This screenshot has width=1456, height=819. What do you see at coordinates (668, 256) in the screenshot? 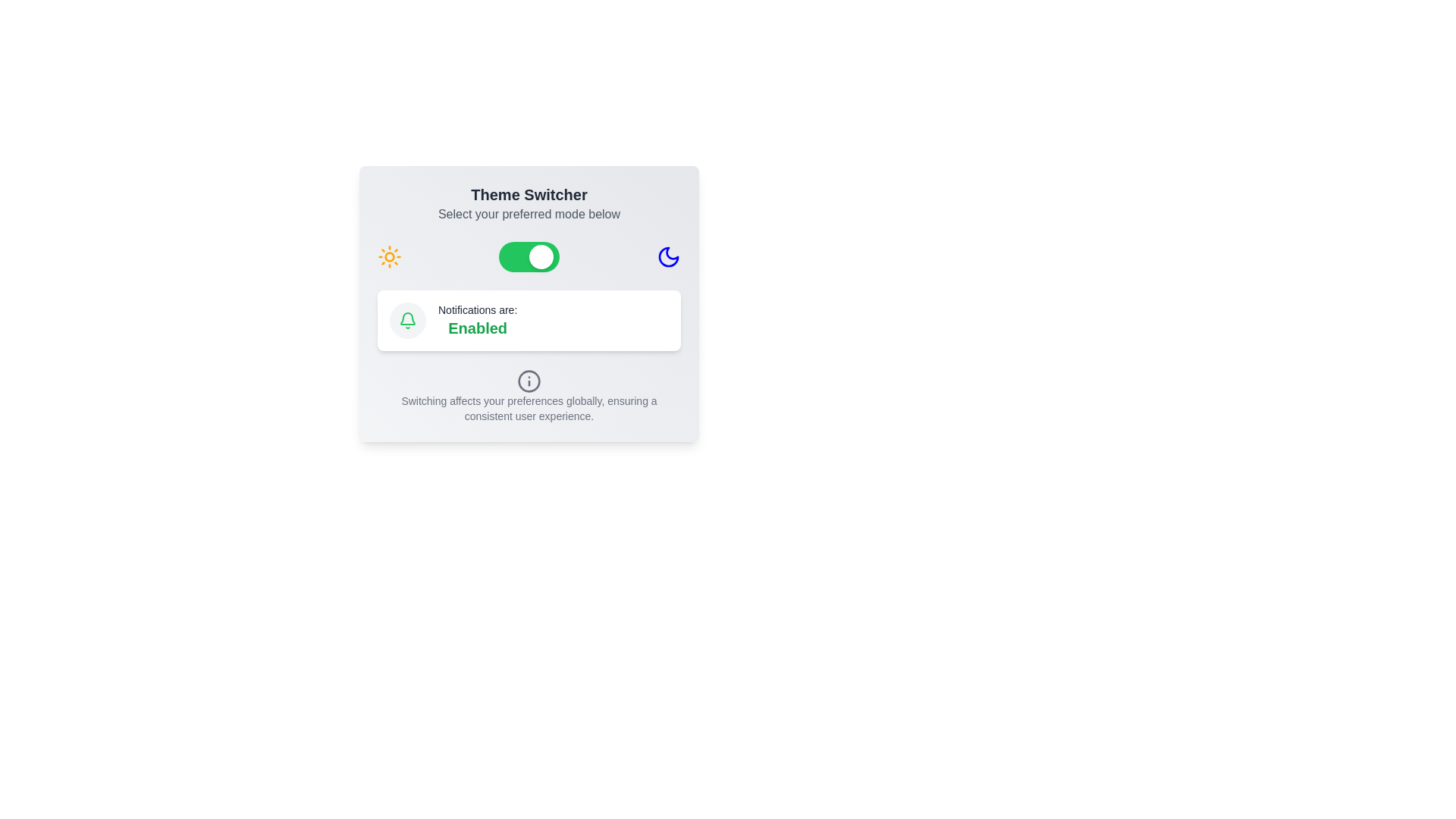
I see `the crescent moon icon with a blue outline, which is located to the right of the theme switcher toggle` at bounding box center [668, 256].